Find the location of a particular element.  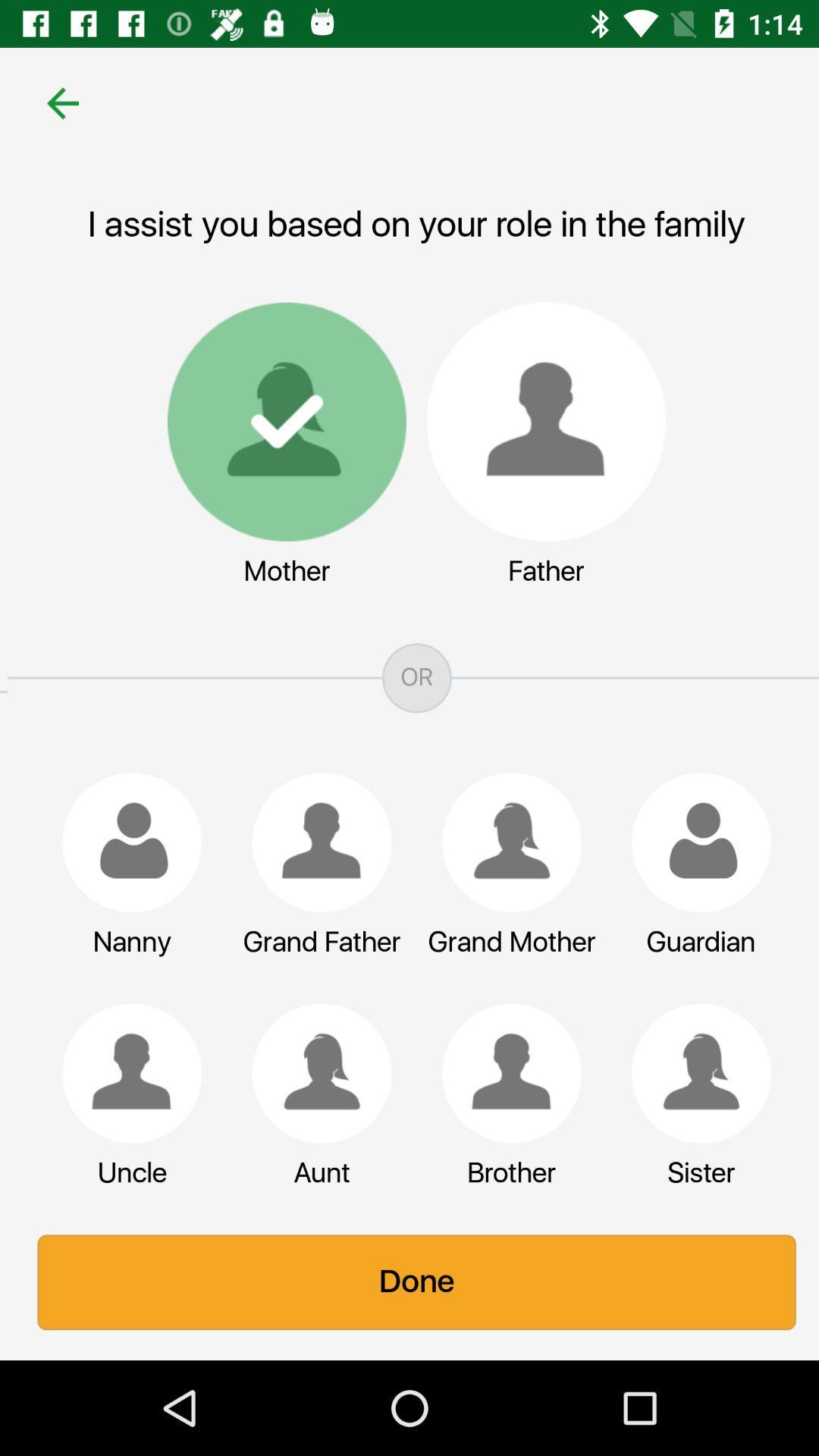

make a selection is located at coordinates (314, 842).